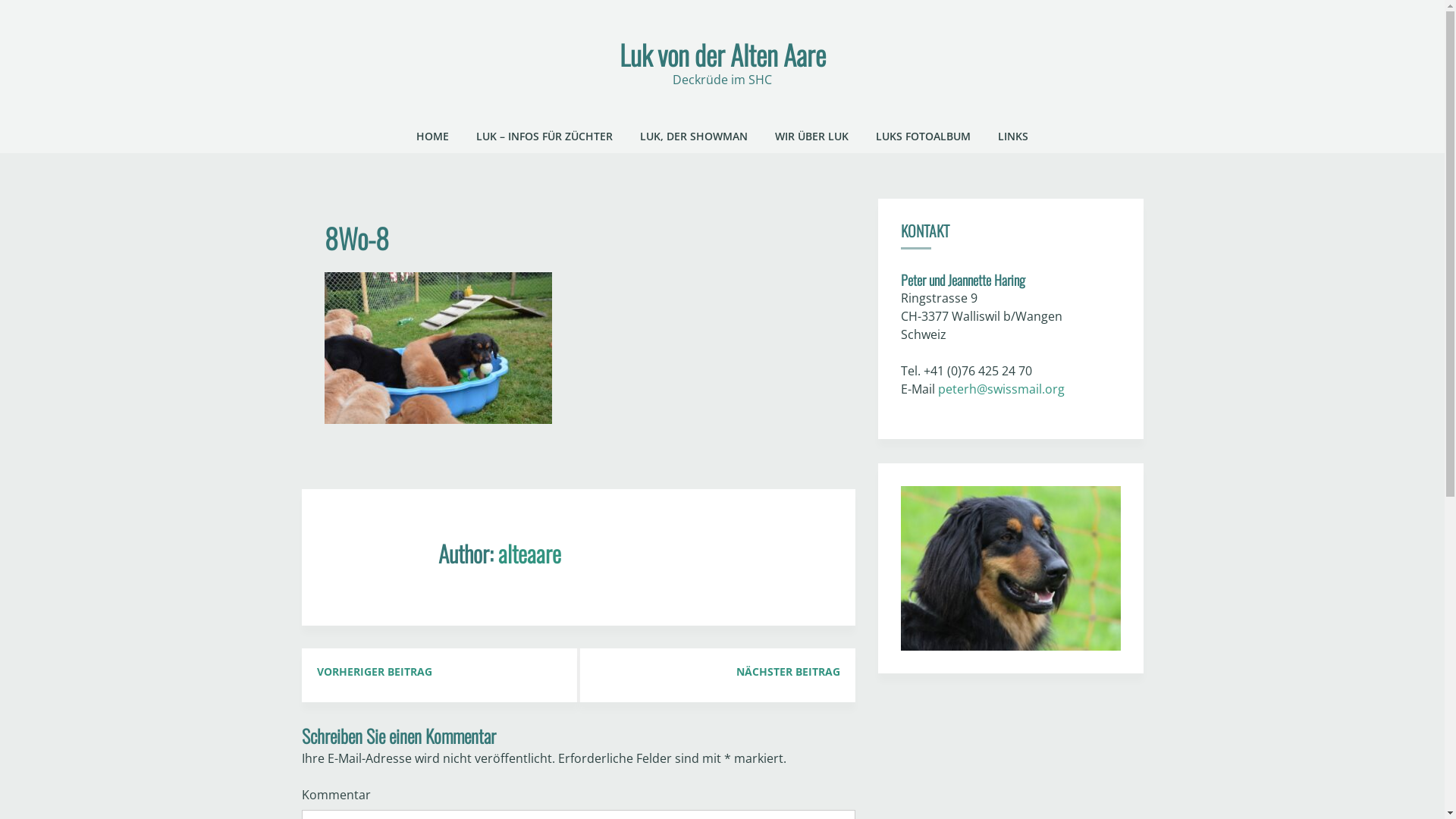 The image size is (1456, 819). Describe the element at coordinates (1000, 388) in the screenshot. I see `'peterh@swissmail.org'` at that location.